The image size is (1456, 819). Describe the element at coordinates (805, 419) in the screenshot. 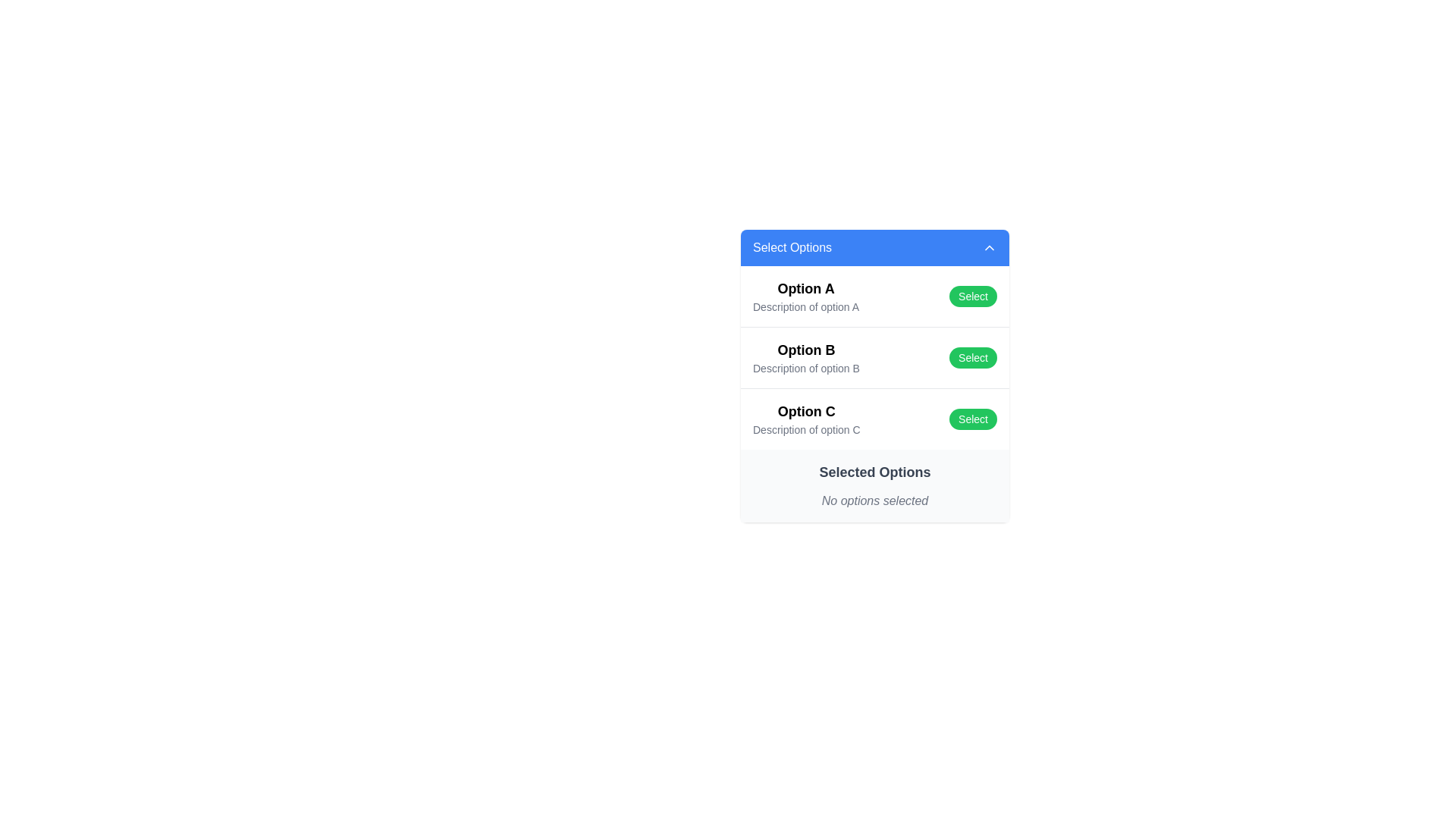

I see `description of the text block representing option 'C' in the selection list located in the scrollable section titled 'Select Options'` at that location.